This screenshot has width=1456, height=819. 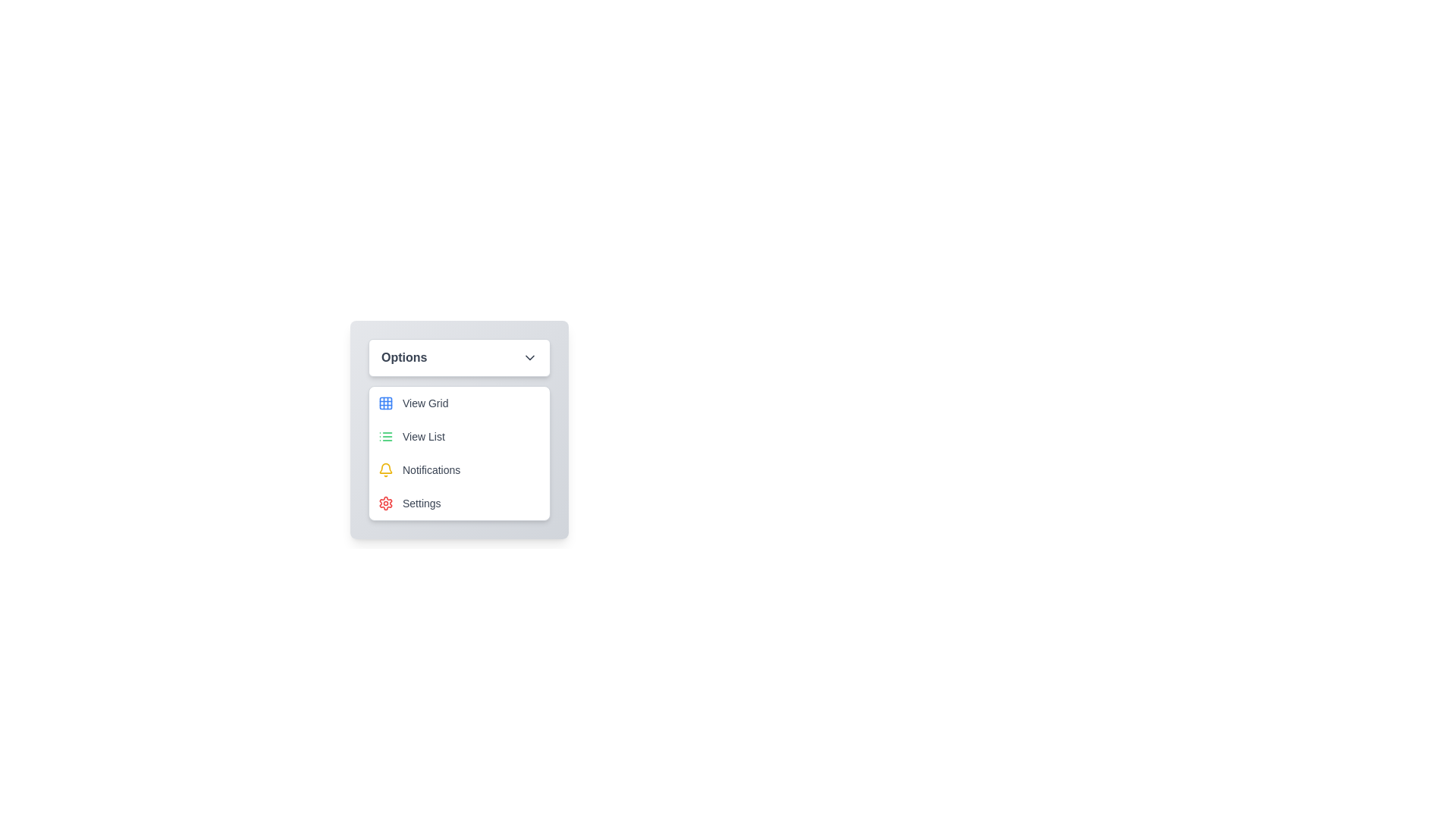 I want to click on text label that is the third item in the vertical list of options, located below the 'View List' option and above the 'Settings' option, so click(x=431, y=469).